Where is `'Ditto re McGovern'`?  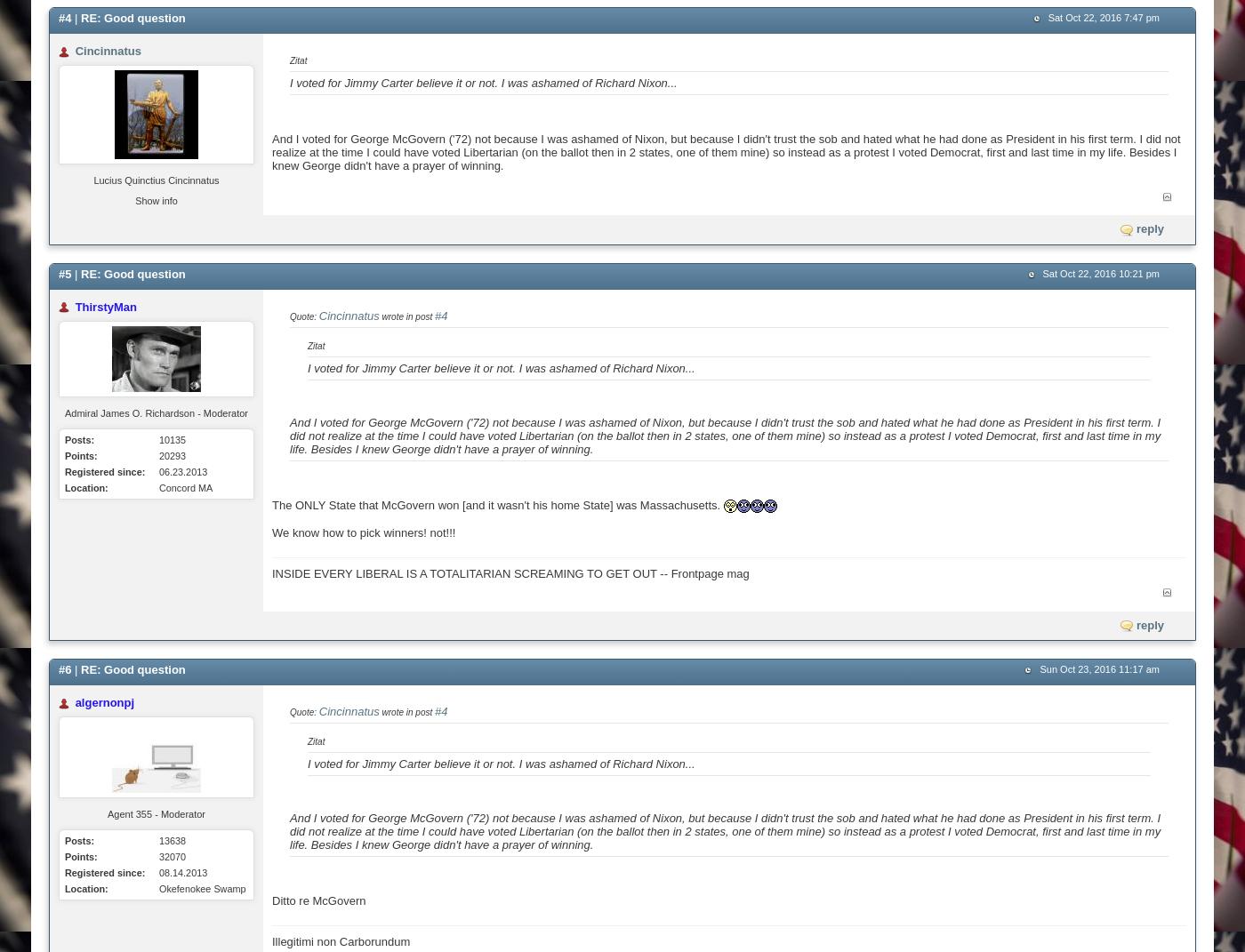
'Ditto re McGovern' is located at coordinates (318, 900).